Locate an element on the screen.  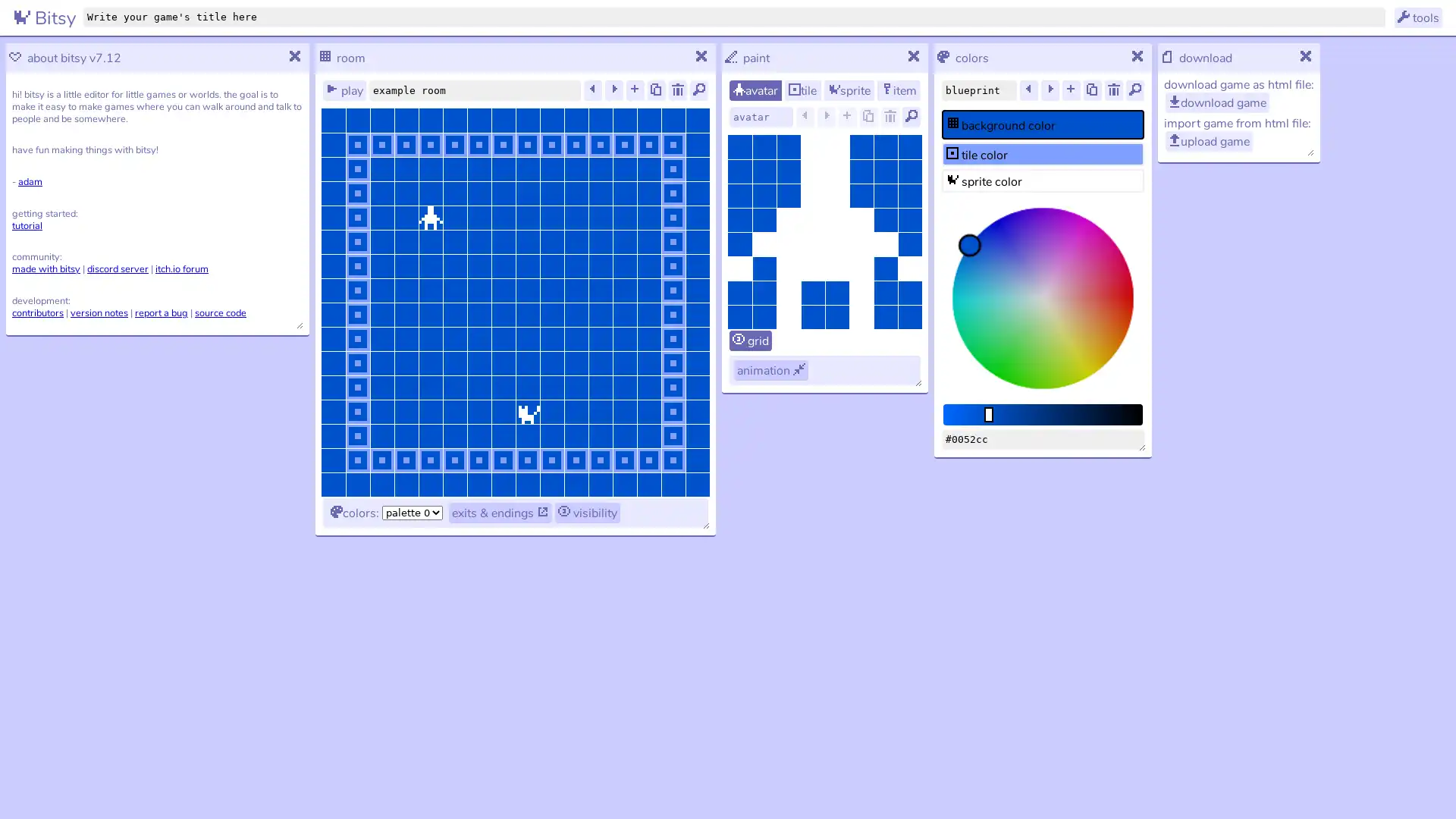
minimize about window is located at coordinates (295, 57).